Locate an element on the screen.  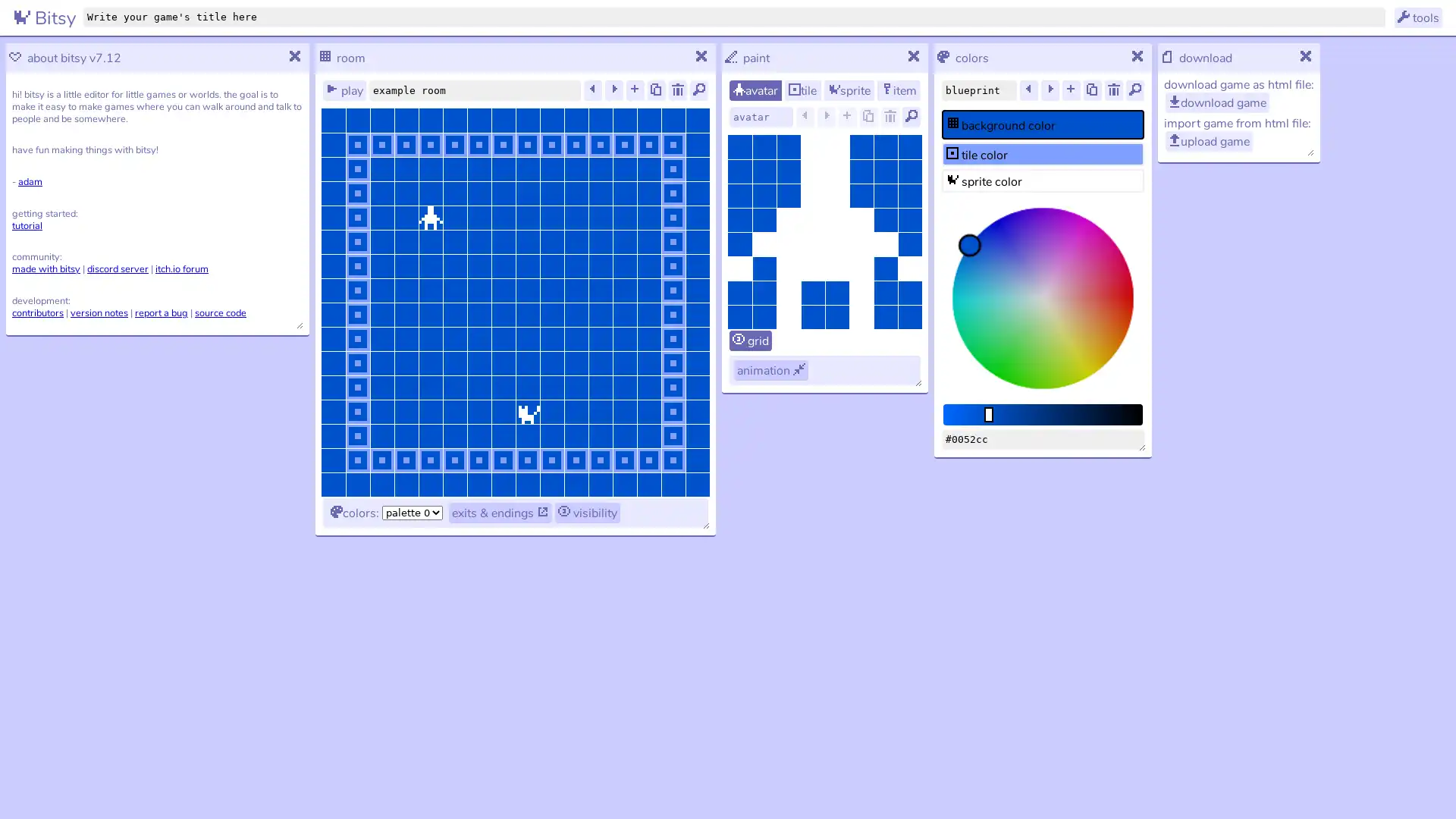
minimize about window is located at coordinates (295, 57).